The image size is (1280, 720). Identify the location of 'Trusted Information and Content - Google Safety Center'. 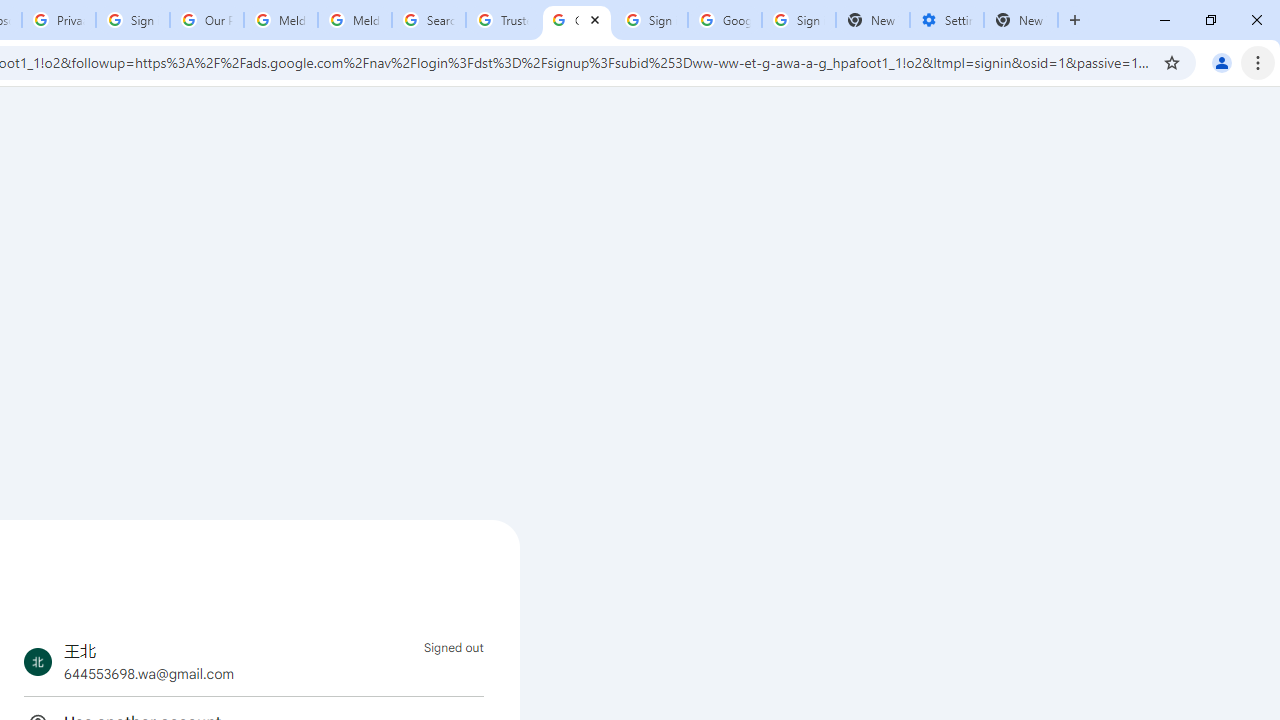
(503, 20).